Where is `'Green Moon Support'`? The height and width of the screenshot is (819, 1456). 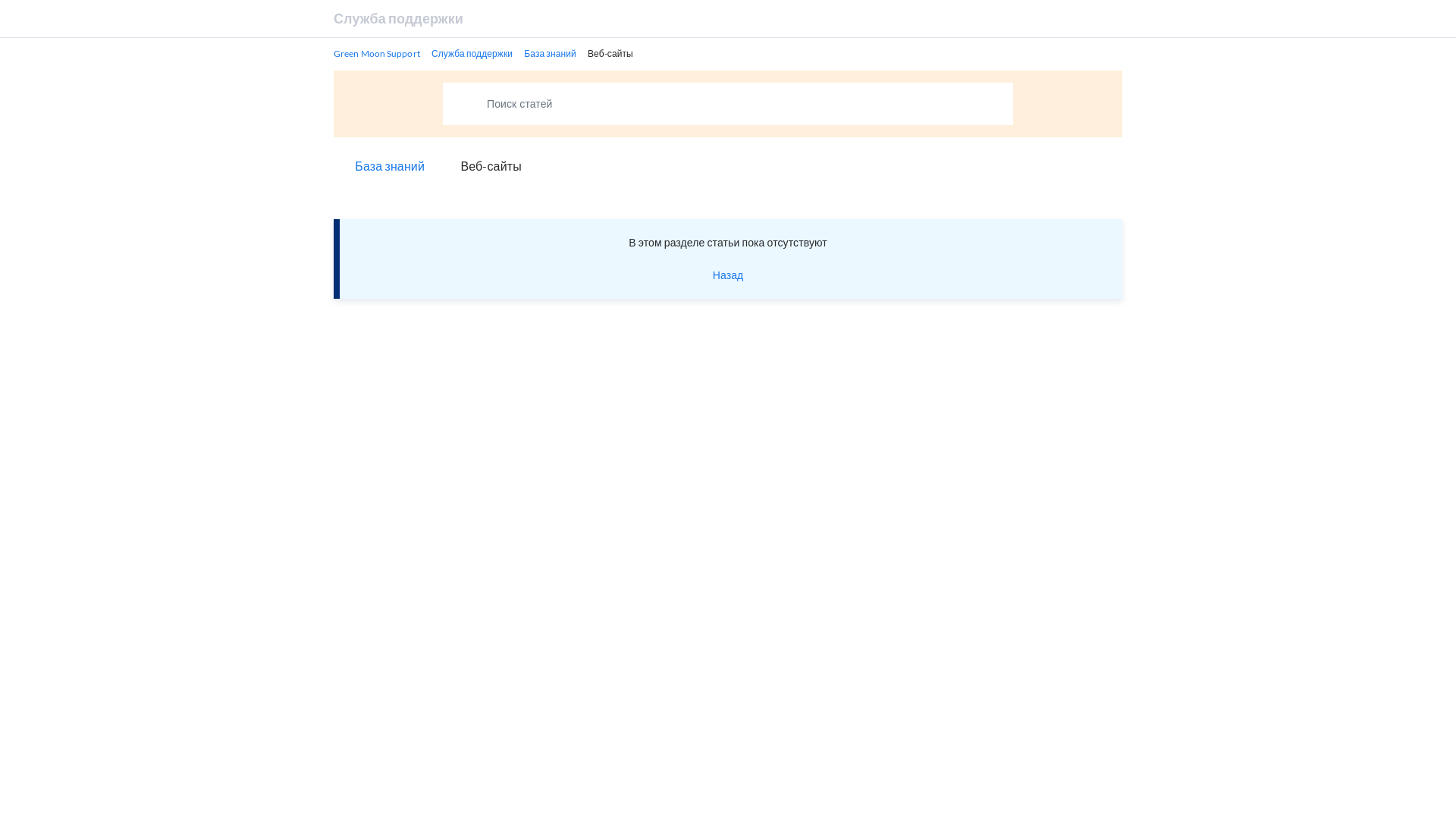
'Green Moon Support' is located at coordinates (377, 52).